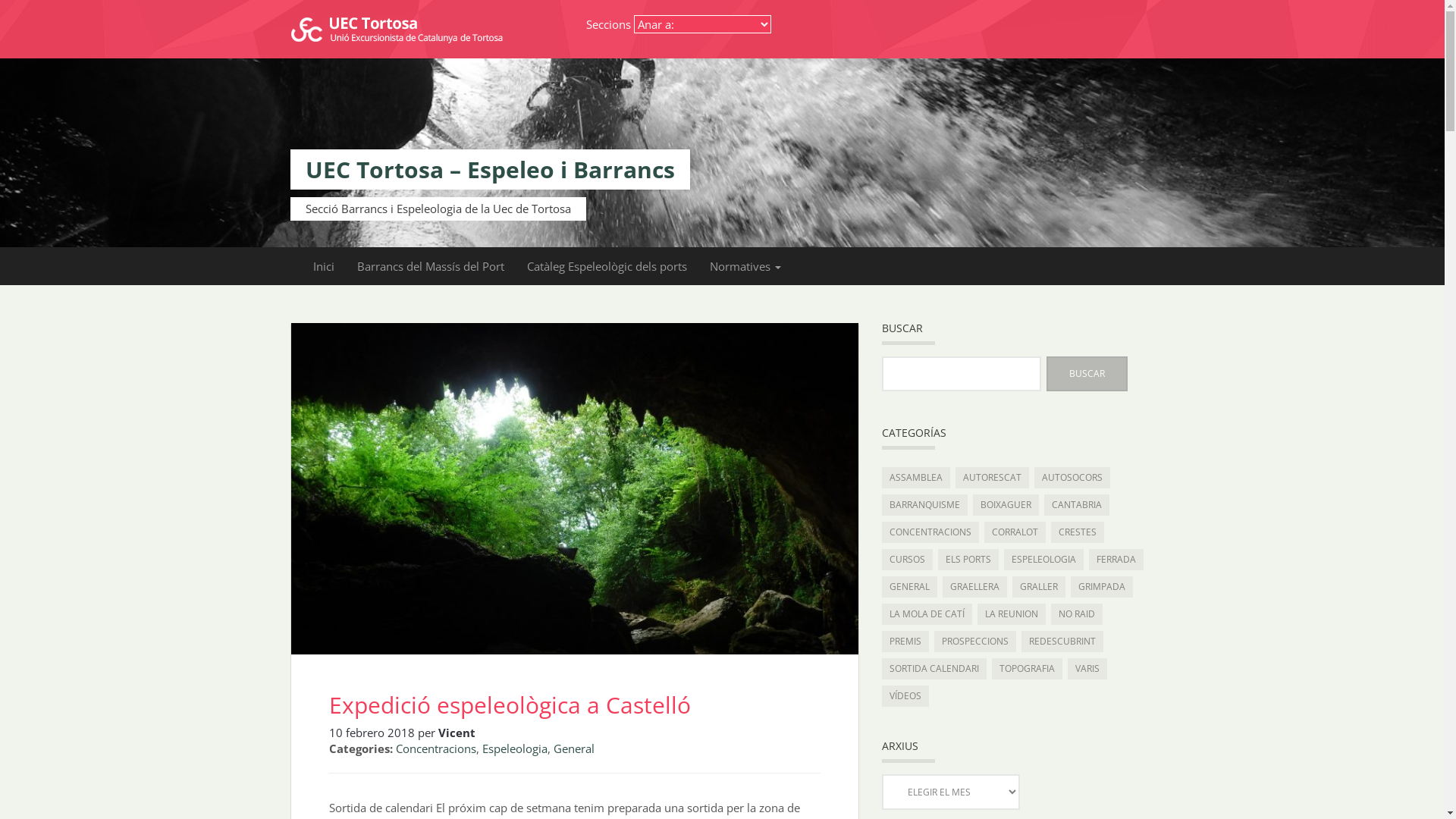 Image resolution: width=1456 pixels, height=819 pixels. I want to click on 'BARRANQUISME', so click(923, 505).